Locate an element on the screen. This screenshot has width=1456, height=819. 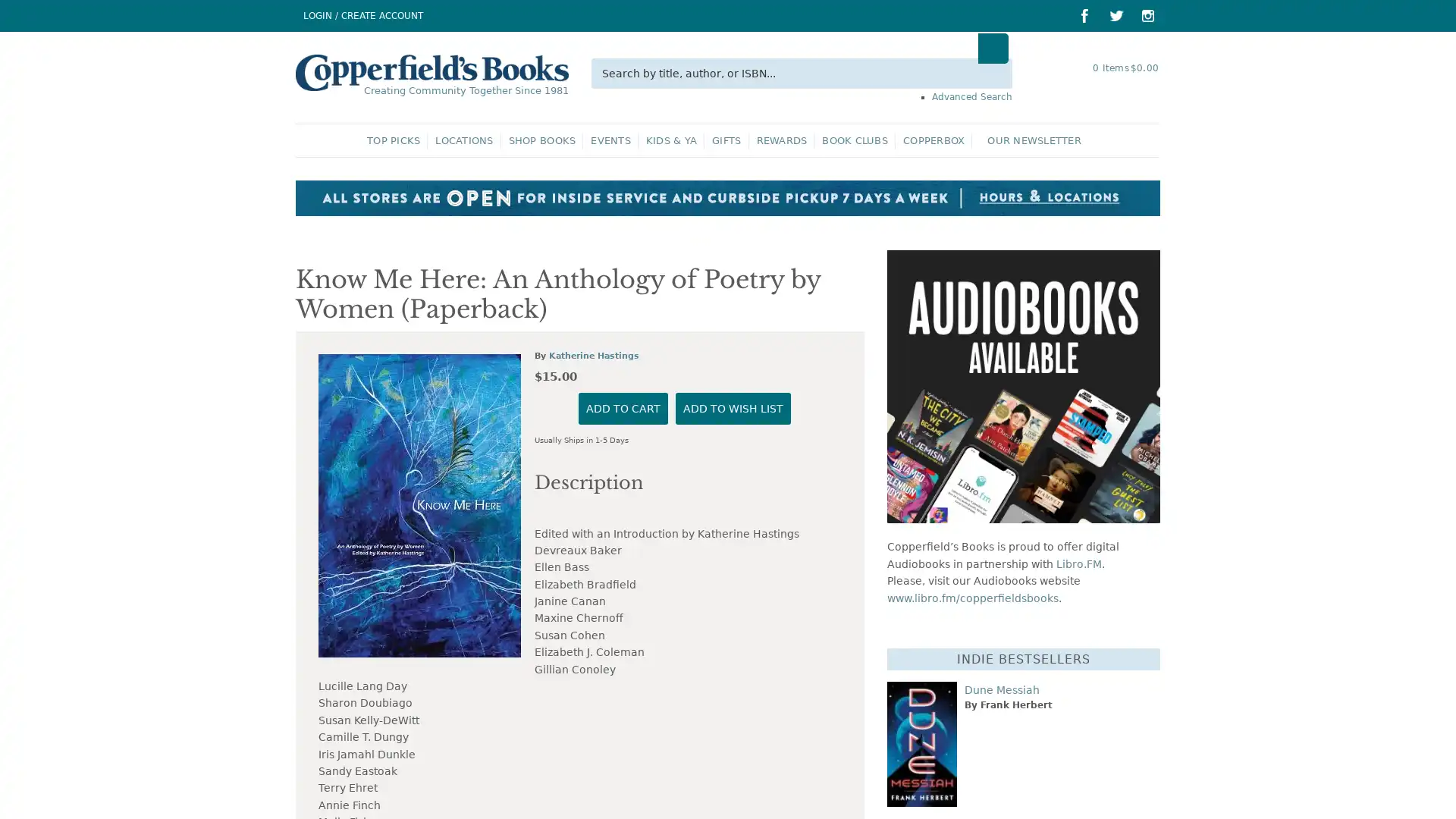
Add to Cart is located at coordinates (622, 758).